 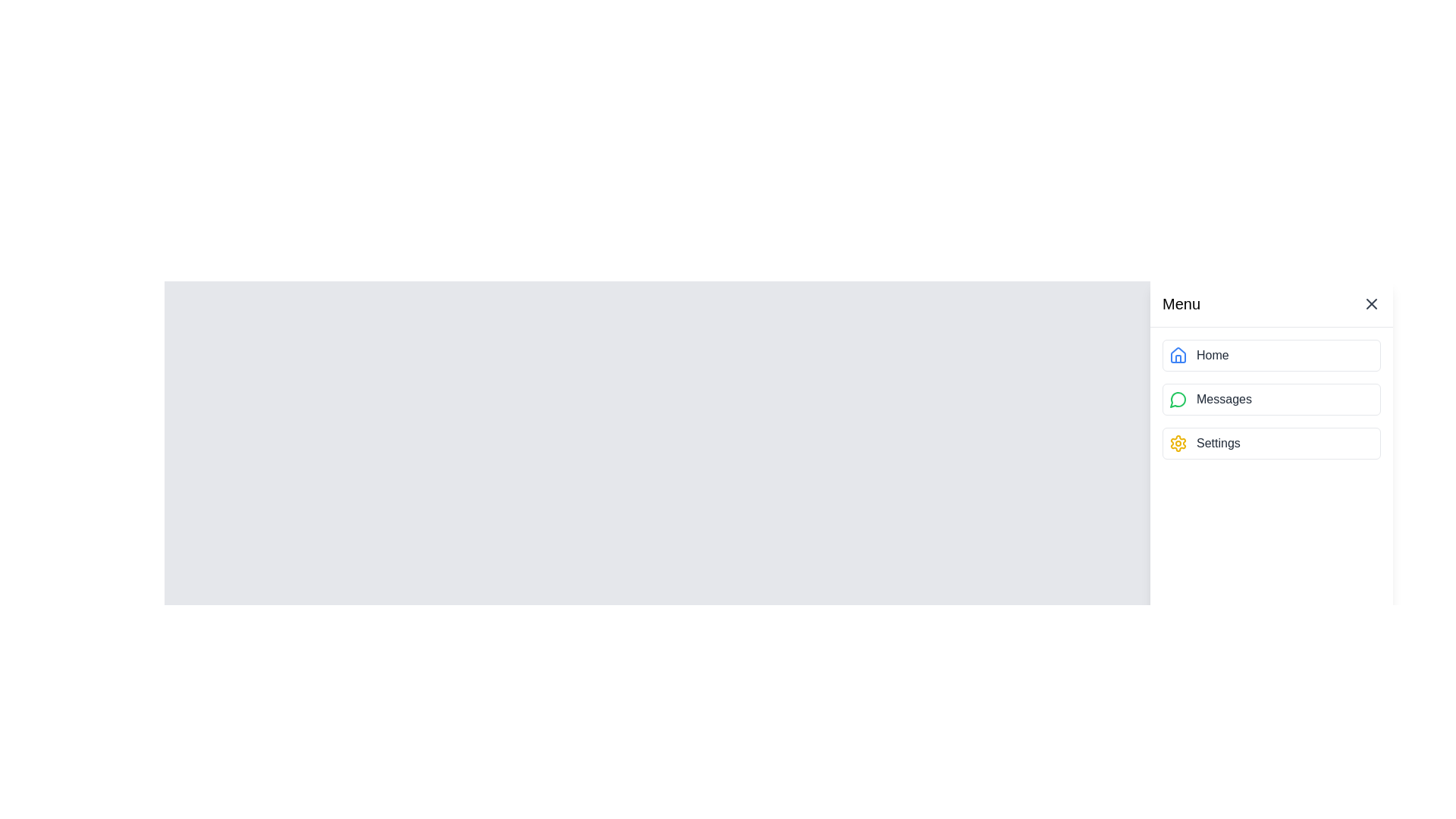 What do you see at coordinates (1372, 304) in the screenshot?
I see `the close button represented by an 'X' icon in the top-right corner of the sidebar menu to hide or dismiss the menu` at bounding box center [1372, 304].